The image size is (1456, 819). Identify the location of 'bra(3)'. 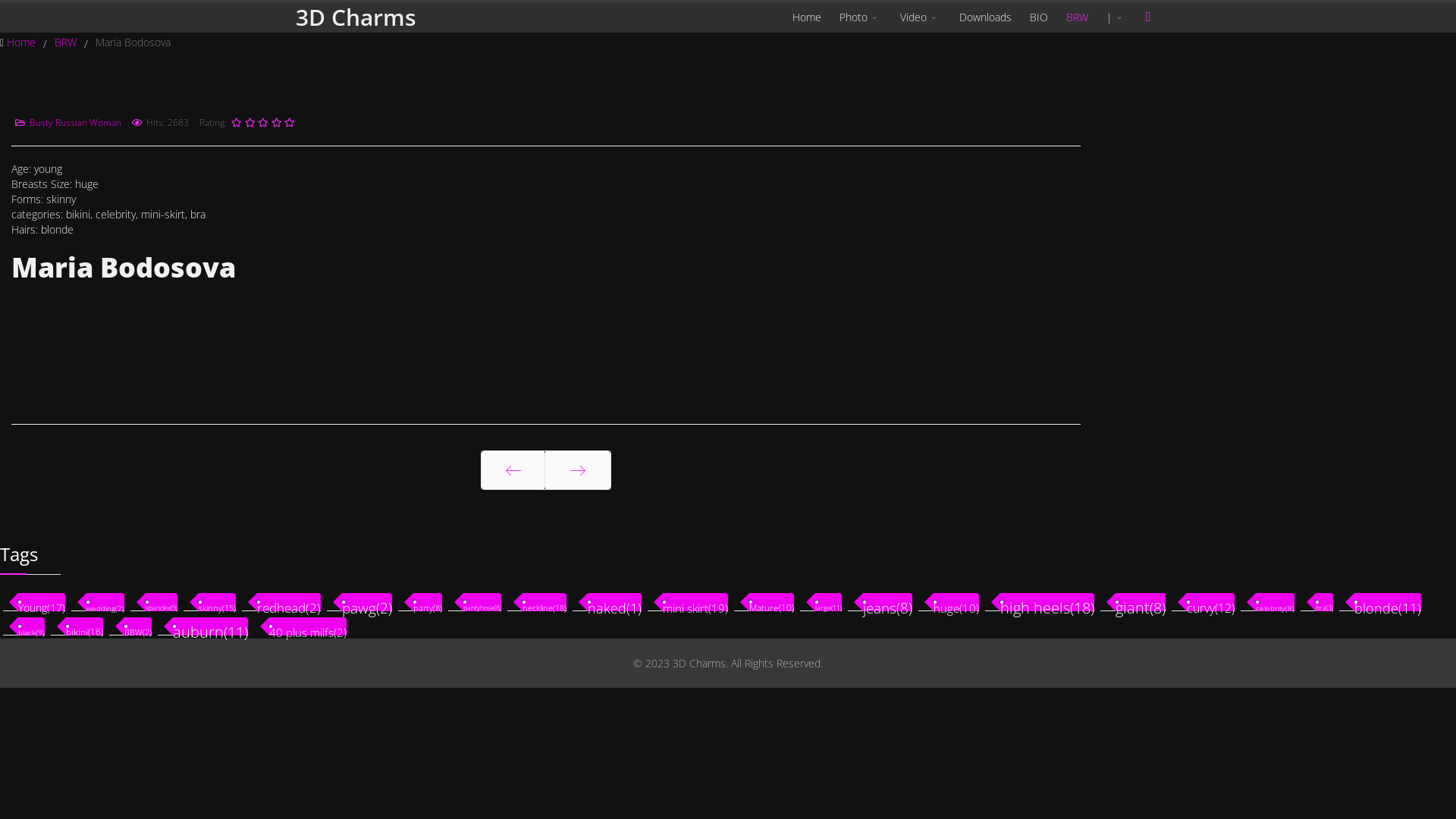
(1323, 601).